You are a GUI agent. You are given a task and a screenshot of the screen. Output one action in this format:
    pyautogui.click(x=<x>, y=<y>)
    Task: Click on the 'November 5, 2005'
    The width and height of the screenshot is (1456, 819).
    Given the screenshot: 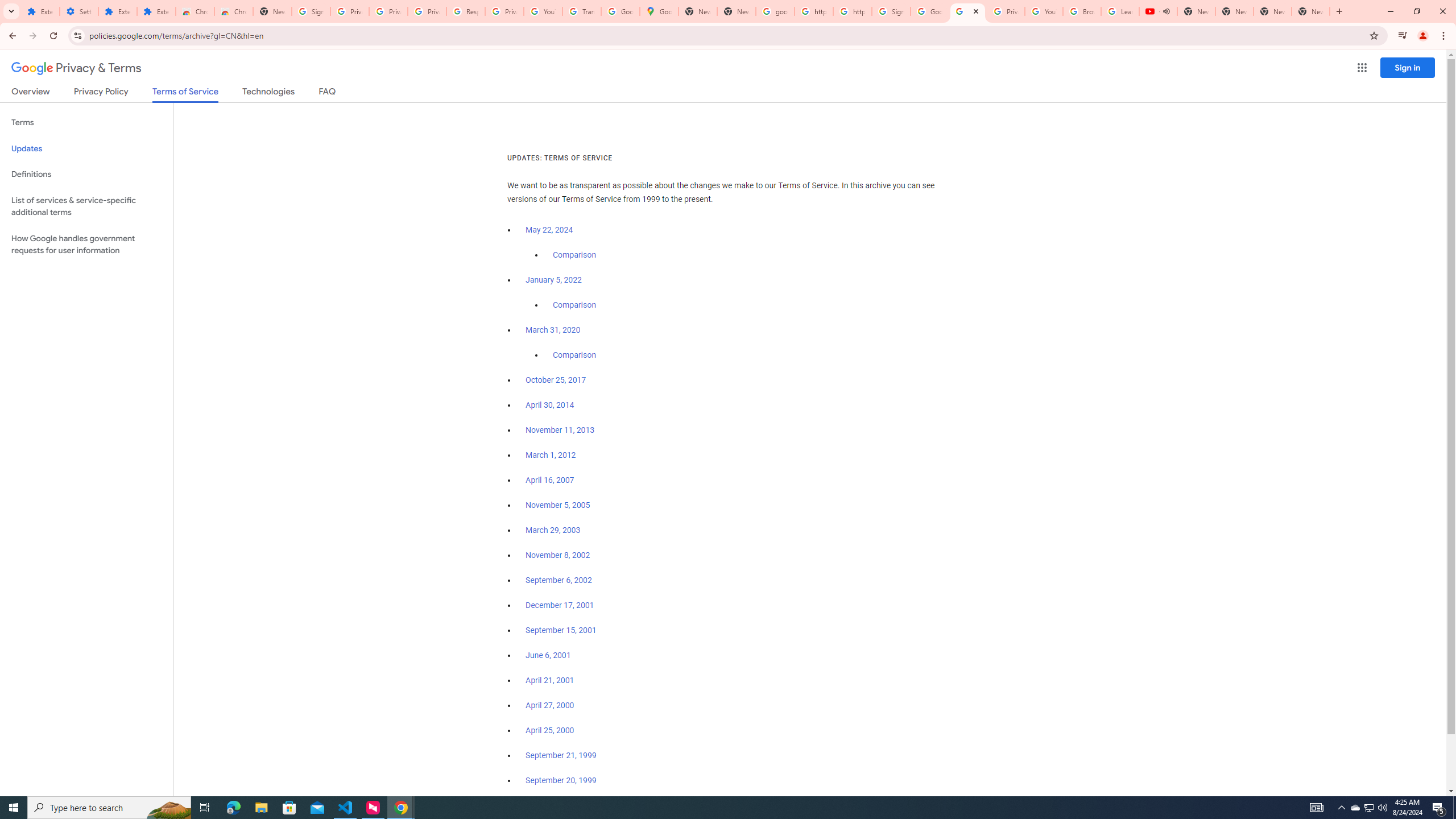 What is the action you would take?
    pyautogui.click(x=557, y=505)
    